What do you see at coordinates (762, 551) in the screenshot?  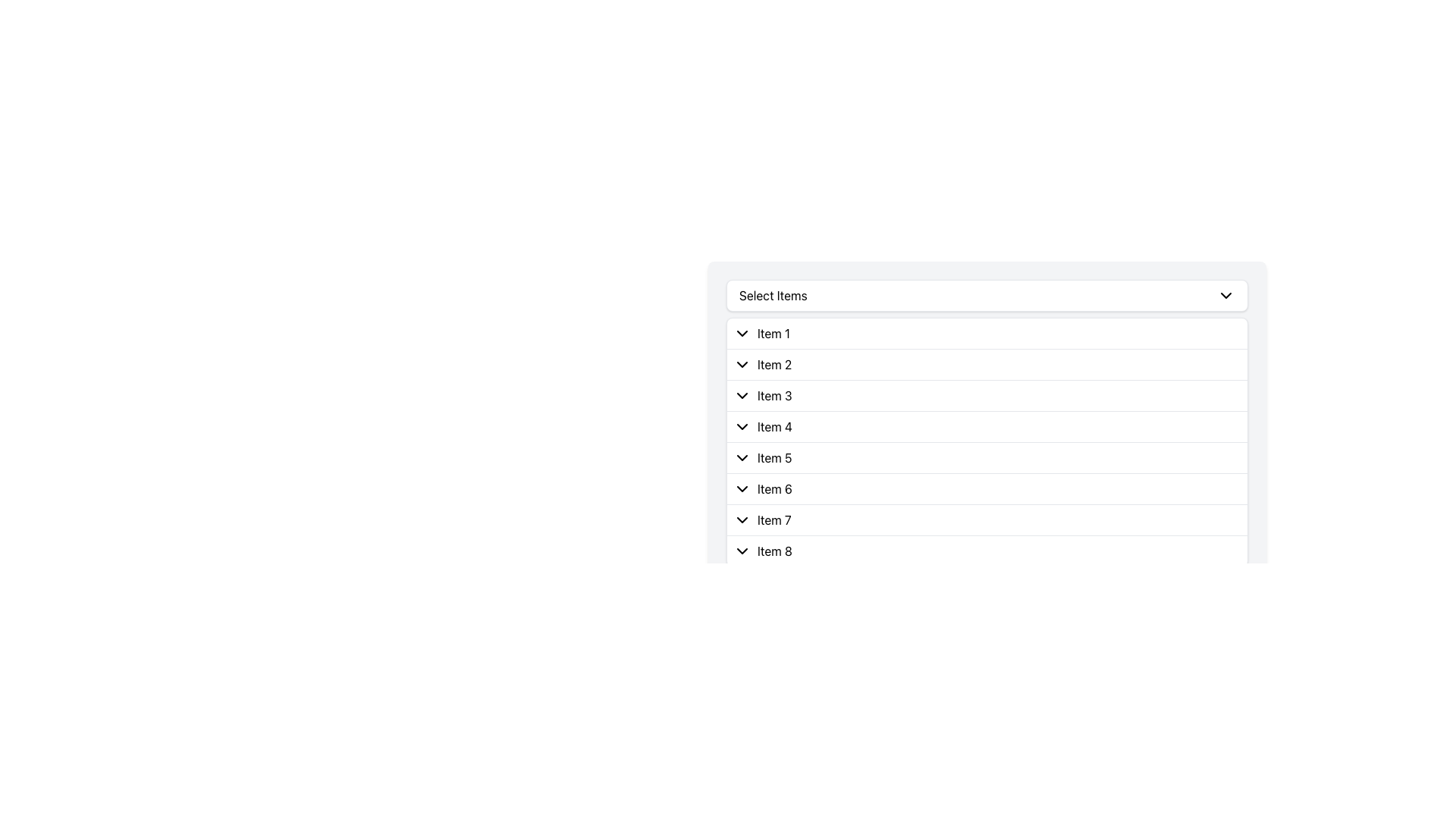 I see `the dropdown icon preceding the text 'Item 8'` at bounding box center [762, 551].